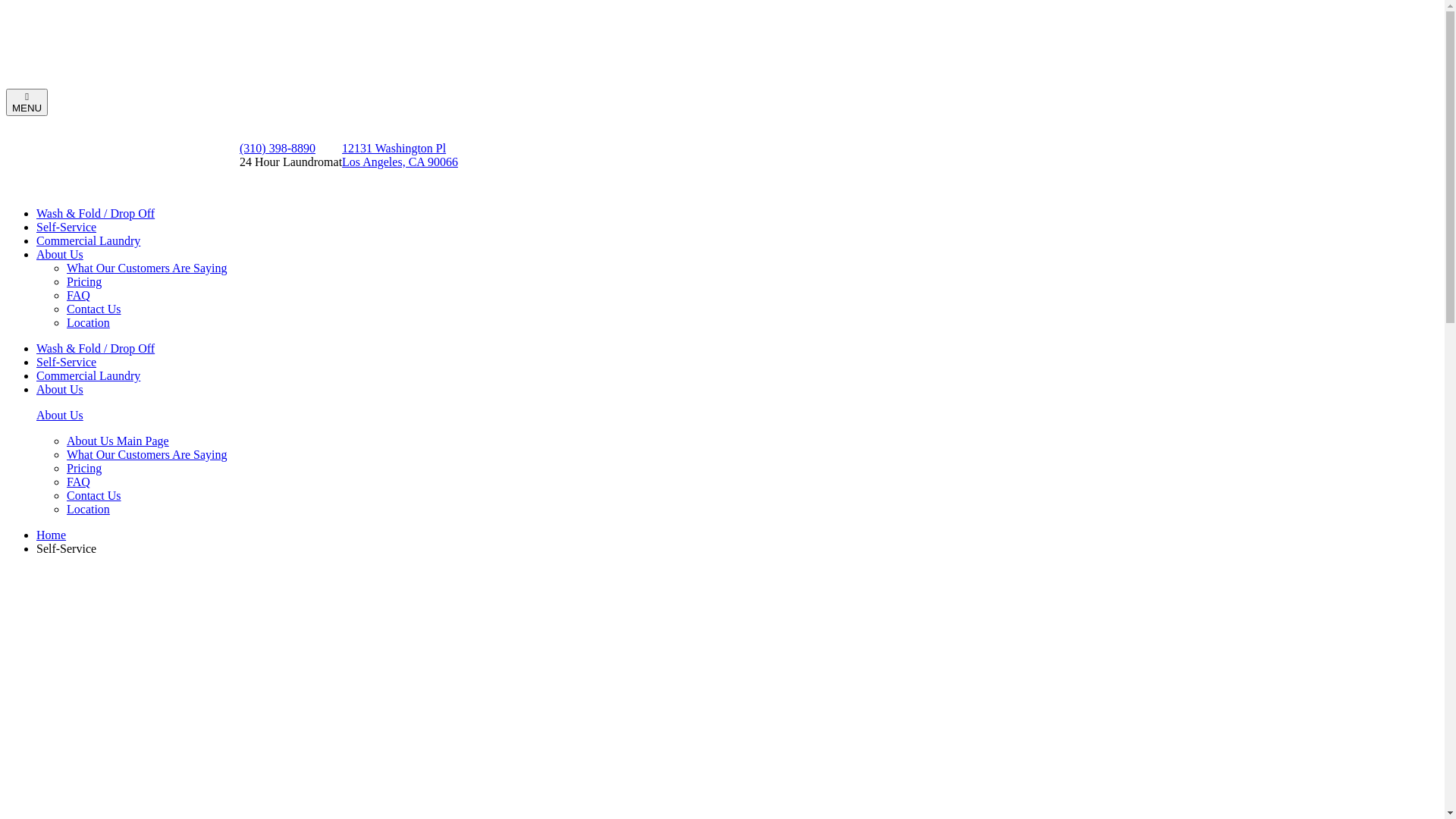  What do you see at coordinates (146, 453) in the screenshot?
I see `'What Our Customers Are Saying'` at bounding box center [146, 453].